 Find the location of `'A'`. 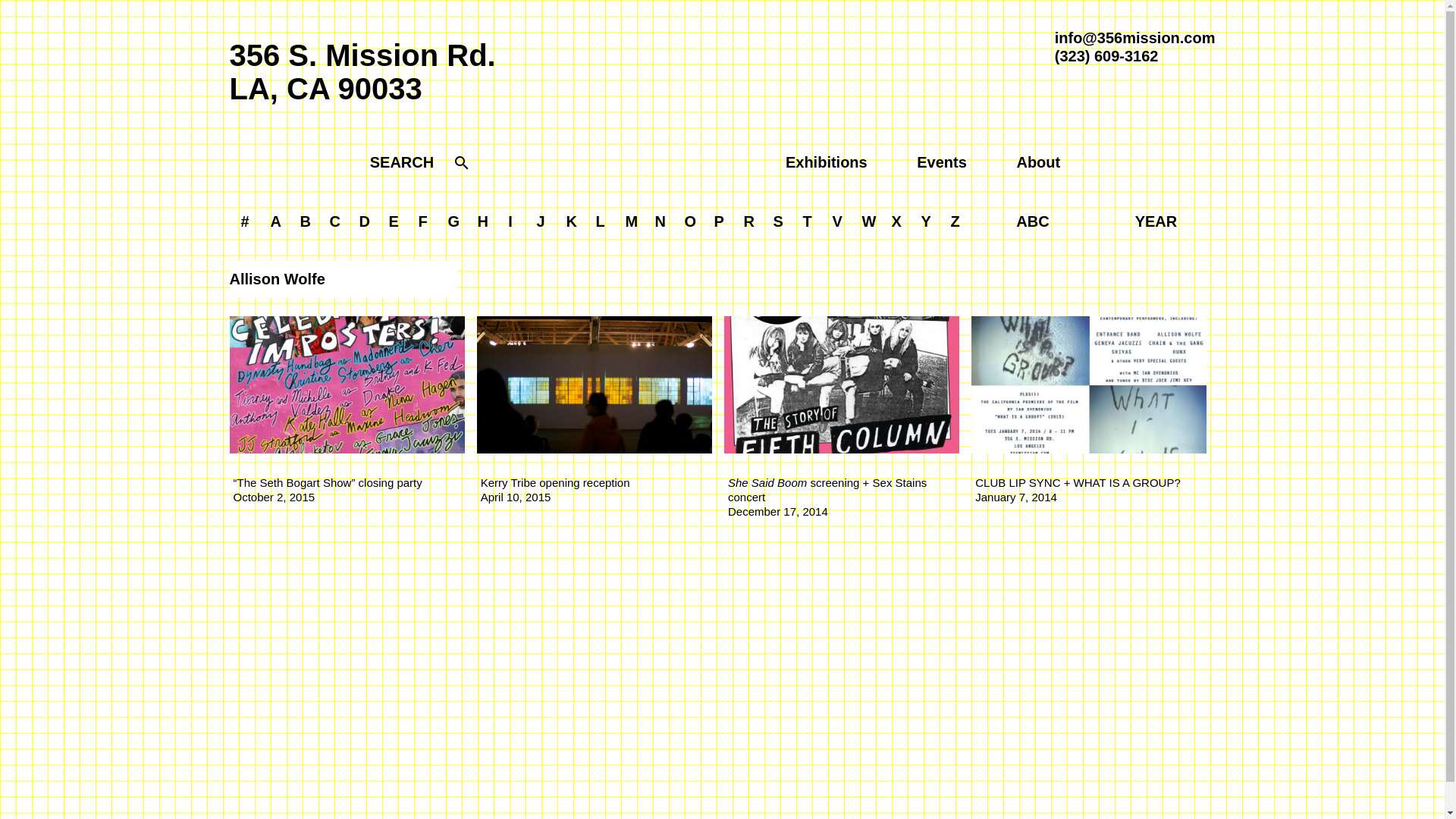

'A' is located at coordinates (276, 221).